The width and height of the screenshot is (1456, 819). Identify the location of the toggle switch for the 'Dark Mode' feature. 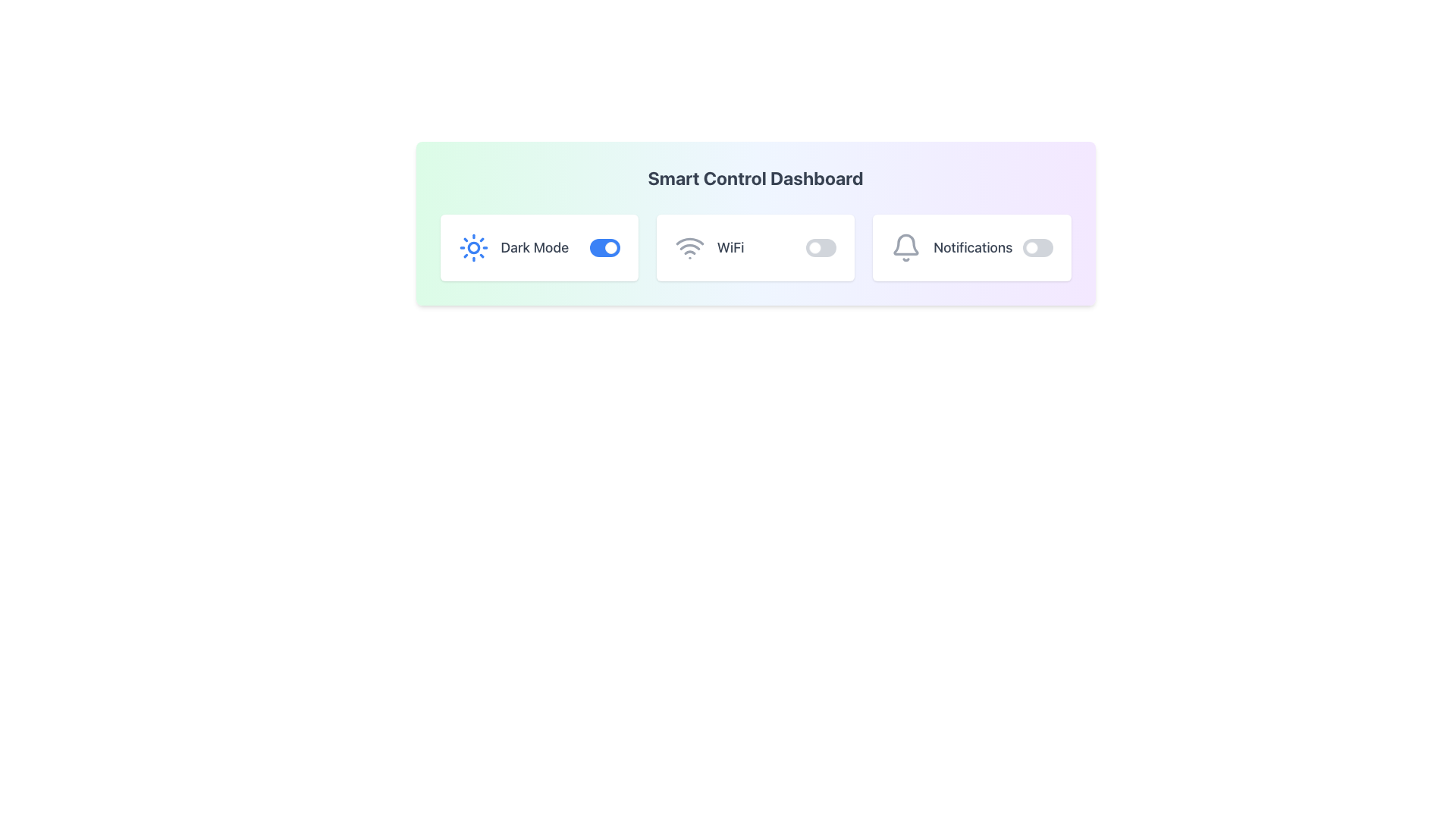
(604, 247).